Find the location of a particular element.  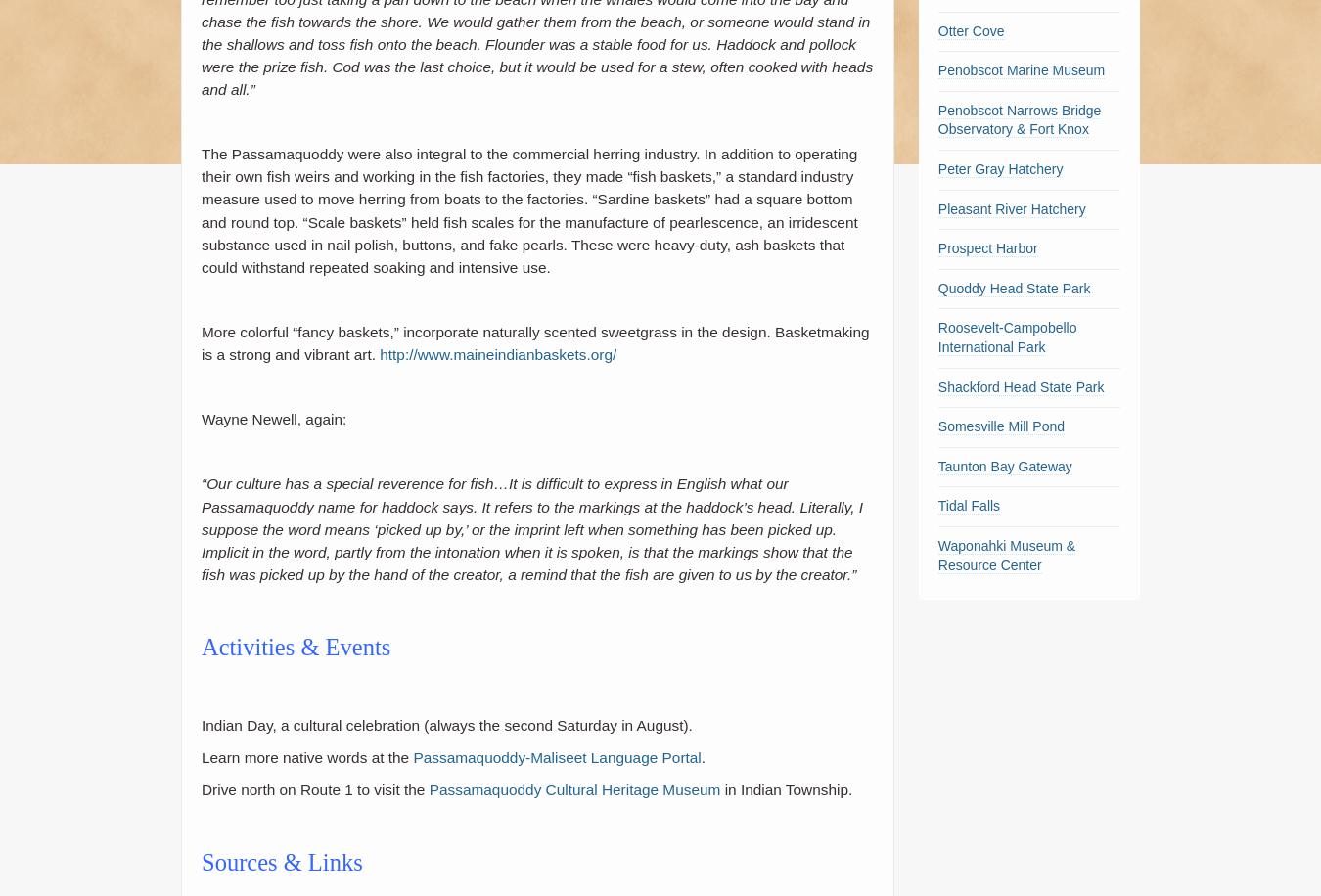

'Passamaquoddy-Maliseet Language Portal' is located at coordinates (413, 756).